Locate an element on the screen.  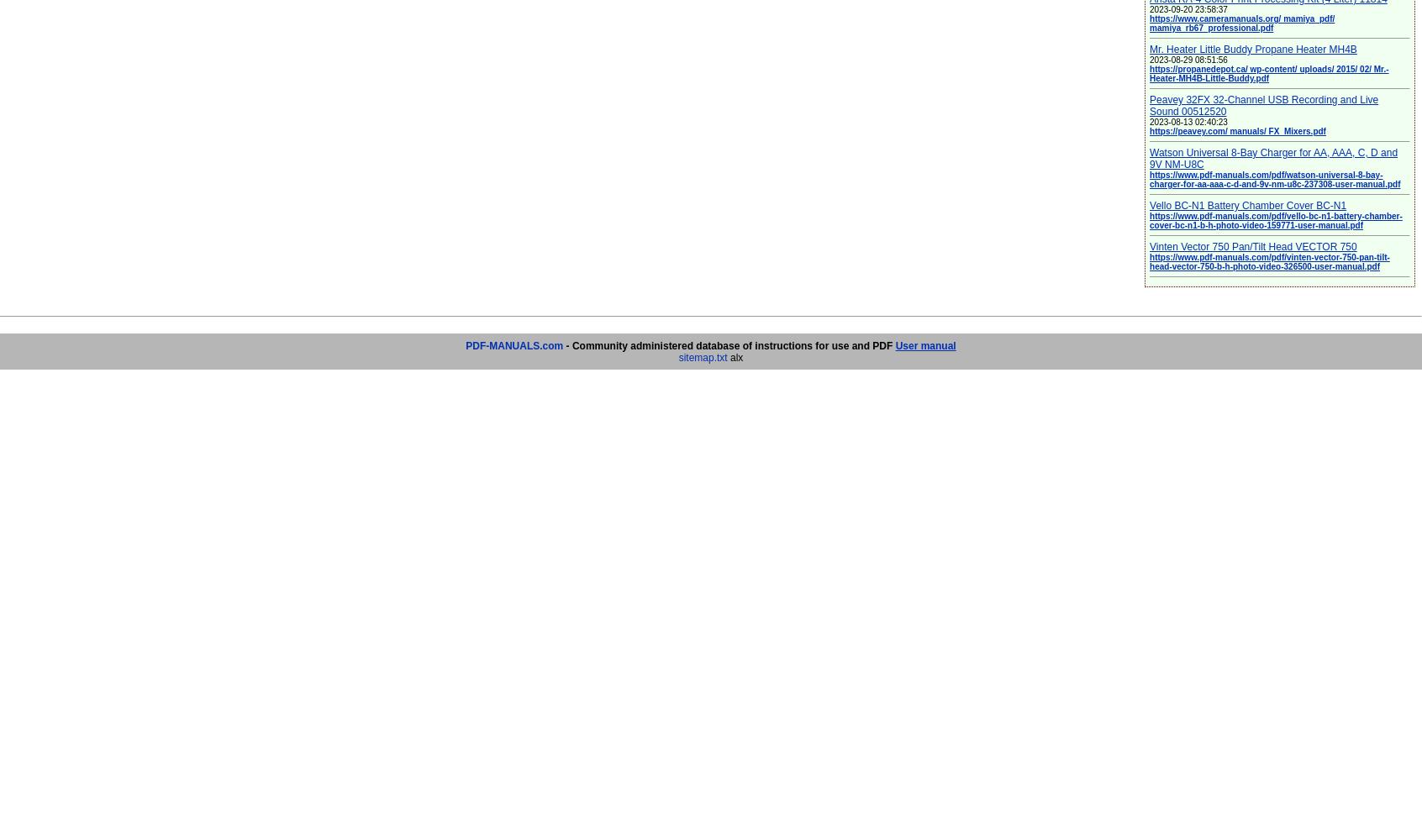
'User manual' is located at coordinates (924, 345).